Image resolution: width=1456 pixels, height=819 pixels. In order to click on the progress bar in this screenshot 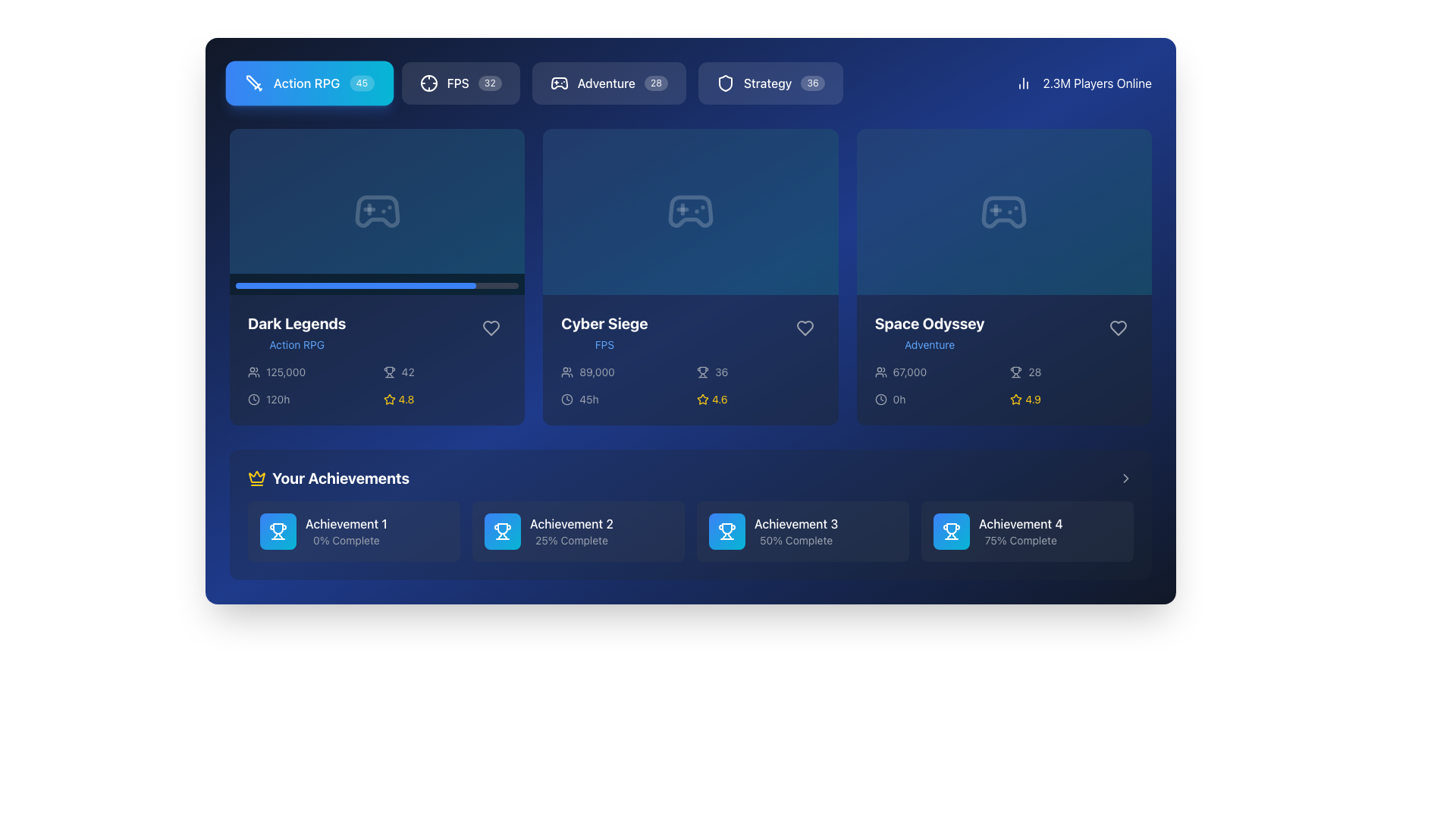, I will do `click(394, 284)`.